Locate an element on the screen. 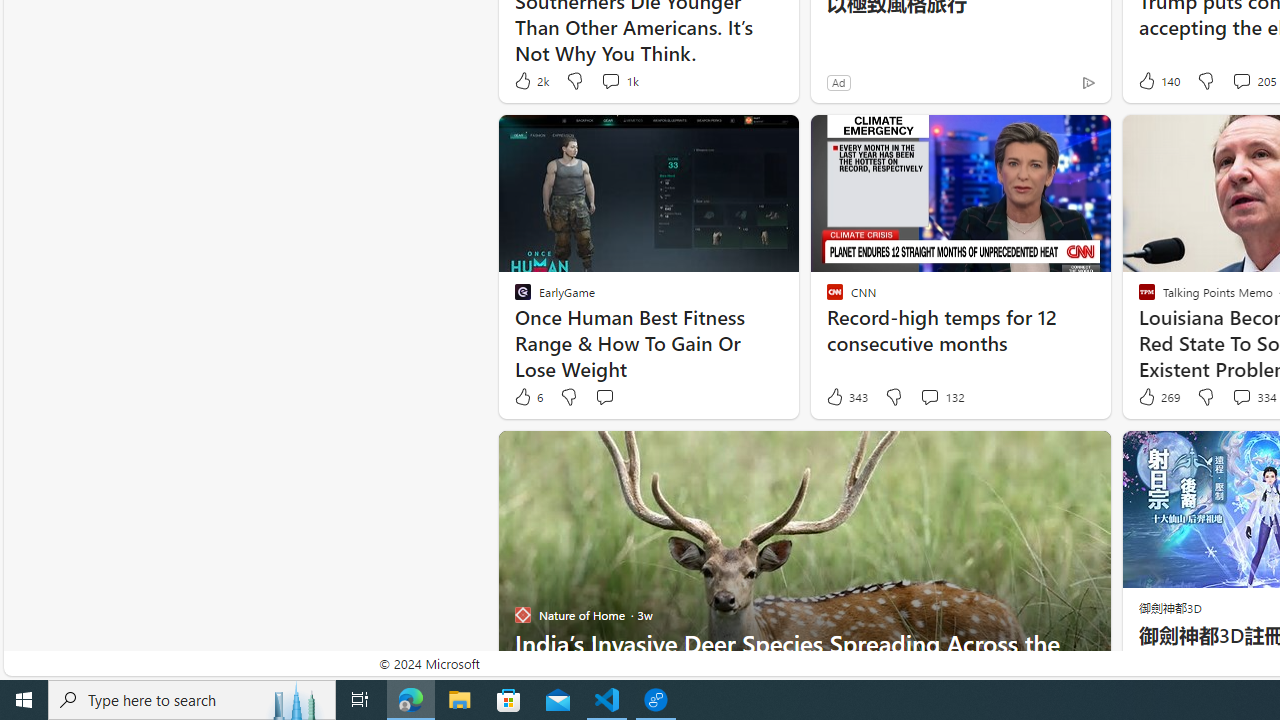 The image size is (1280, 720). '2k Like' is located at coordinates (530, 80).